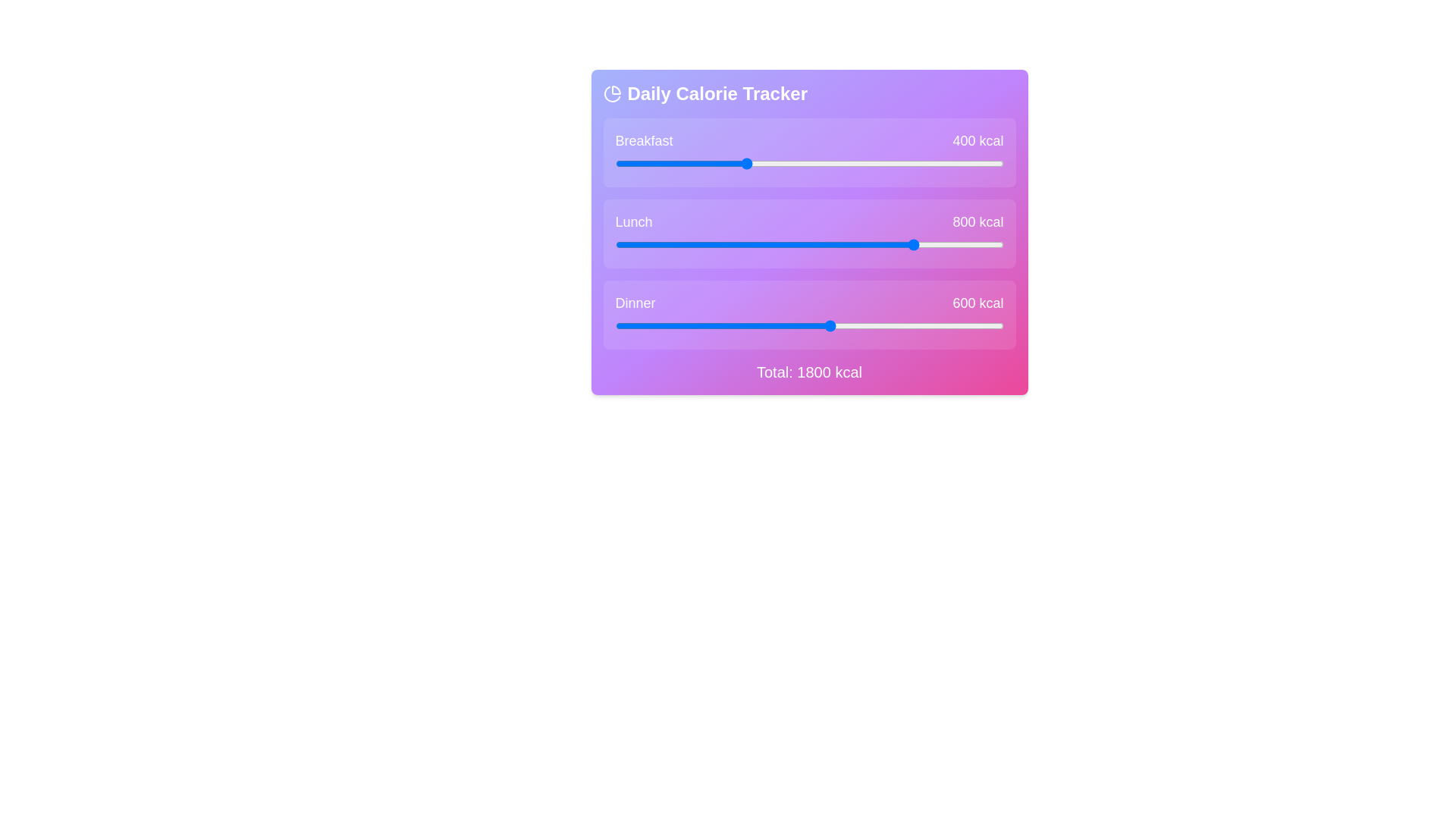 This screenshot has width=1456, height=819. I want to click on the dinner calorie value, so click(692, 325).